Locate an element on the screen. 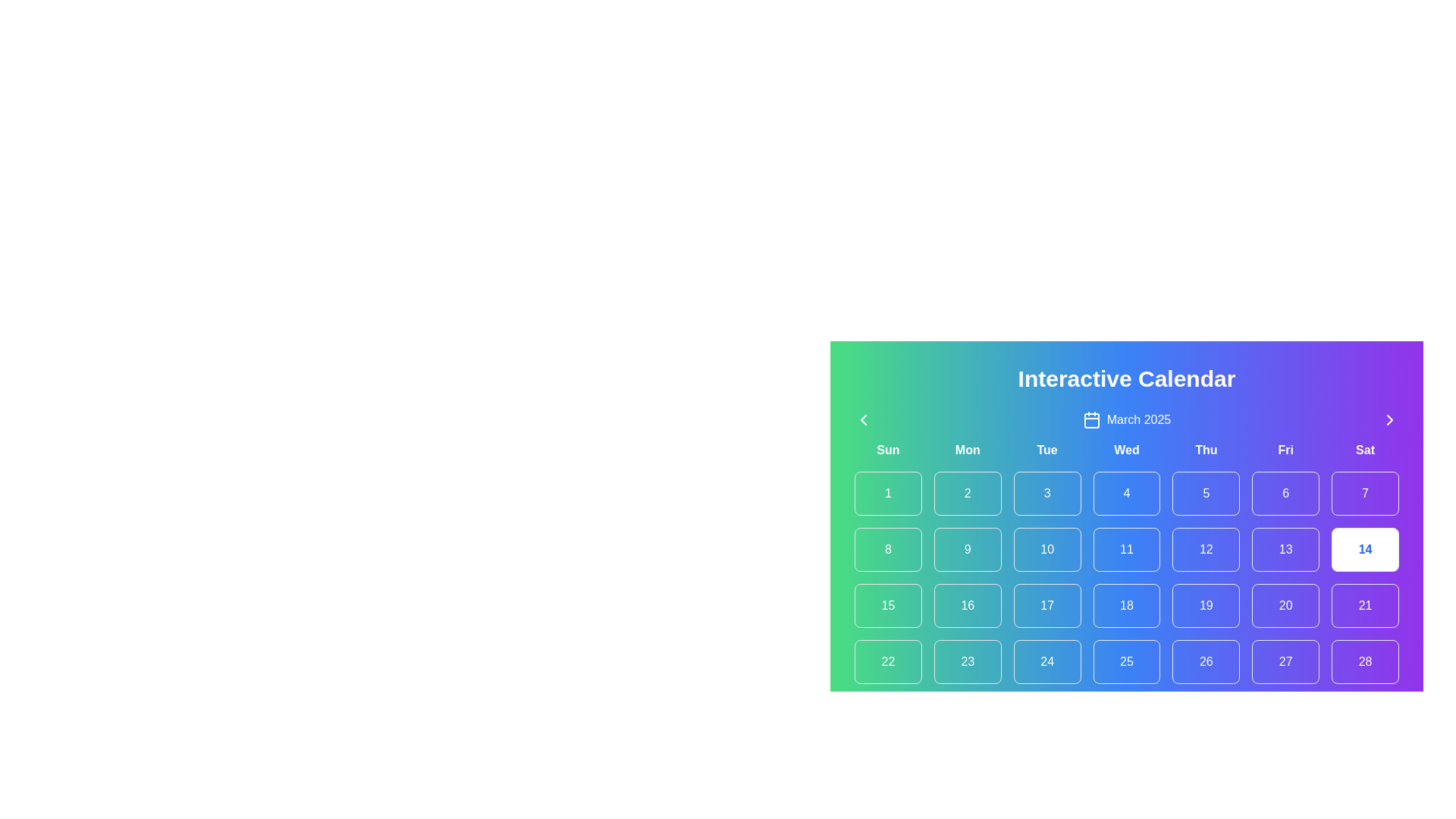 The height and width of the screenshot is (819, 1456). the left-pointing chevron button located to the left of the 'March 2025' label is located at coordinates (863, 420).